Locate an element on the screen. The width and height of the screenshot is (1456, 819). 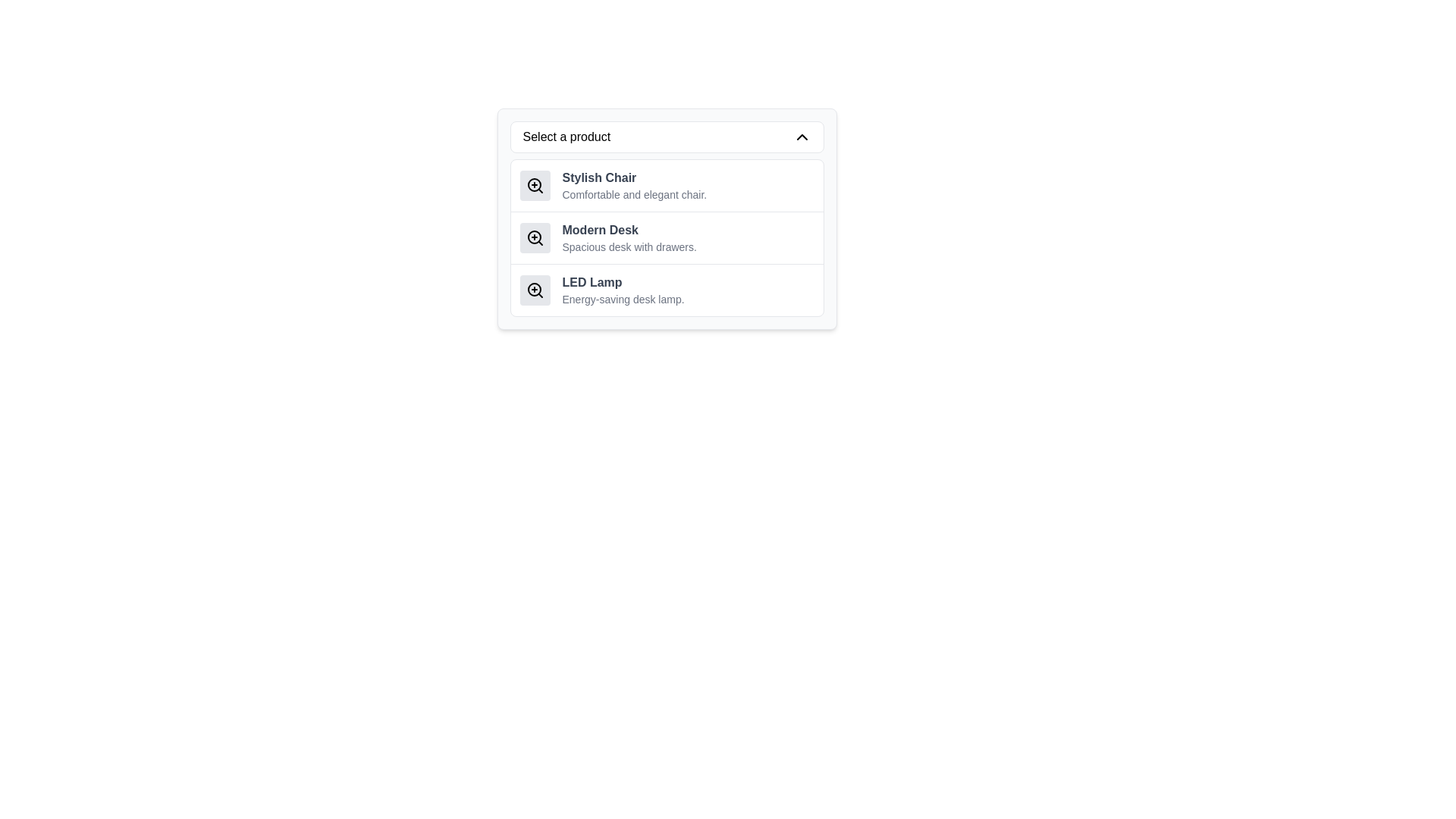
the third product listing item titled 'LED Lamp' under the heading 'Select a product.' is located at coordinates (601, 290).